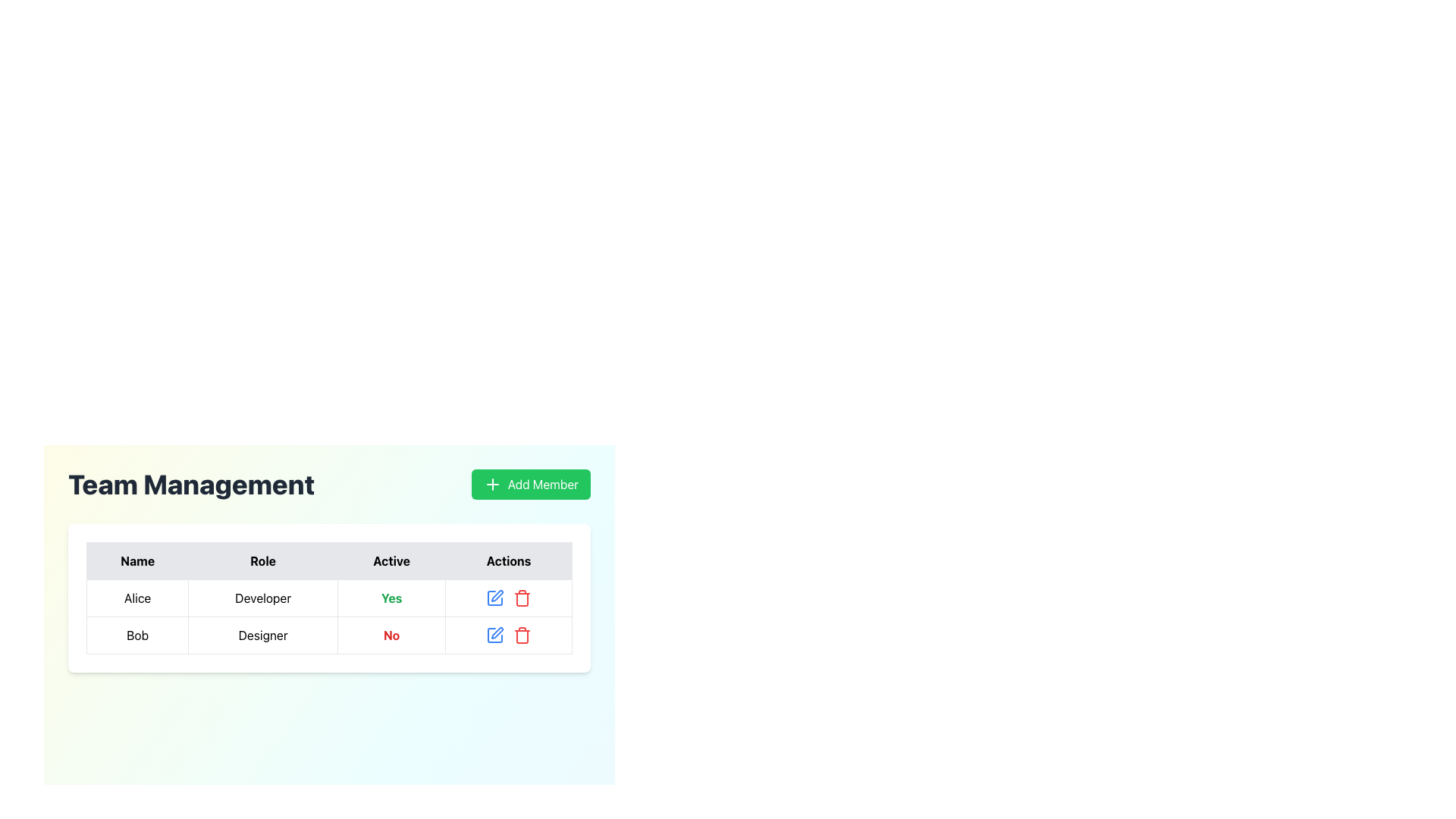 This screenshot has height=819, width=1456. What do you see at coordinates (391, 561) in the screenshot?
I see `the Table Header Cell displaying the text 'Active', which is bold and black on a light gray background, located in the third column of the header row` at bounding box center [391, 561].